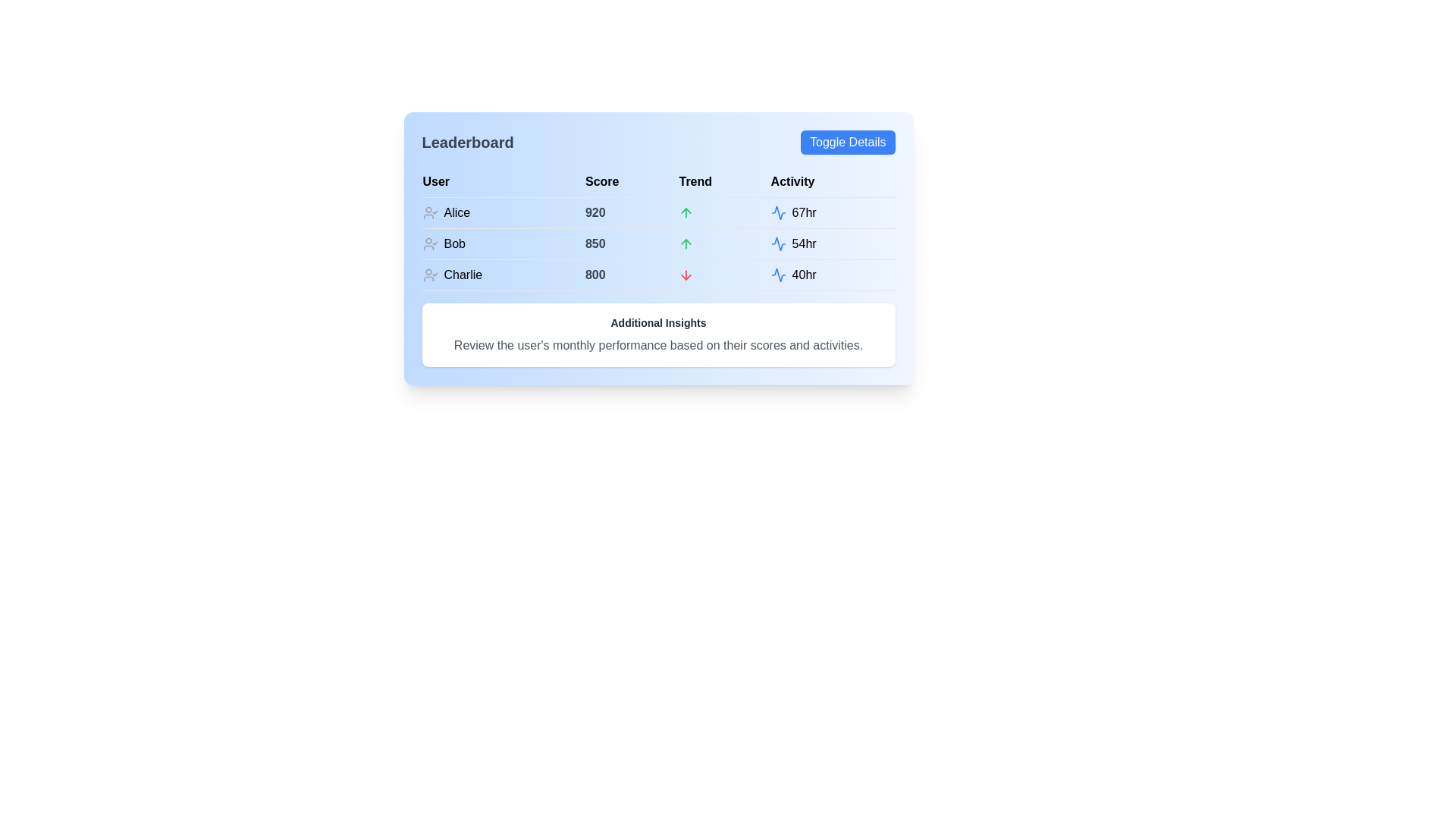 The width and height of the screenshot is (1456, 819). What do you see at coordinates (658, 213) in the screenshot?
I see `the first row of the leaderboard table that displays the user's details including name, score, trend, and activity time` at bounding box center [658, 213].